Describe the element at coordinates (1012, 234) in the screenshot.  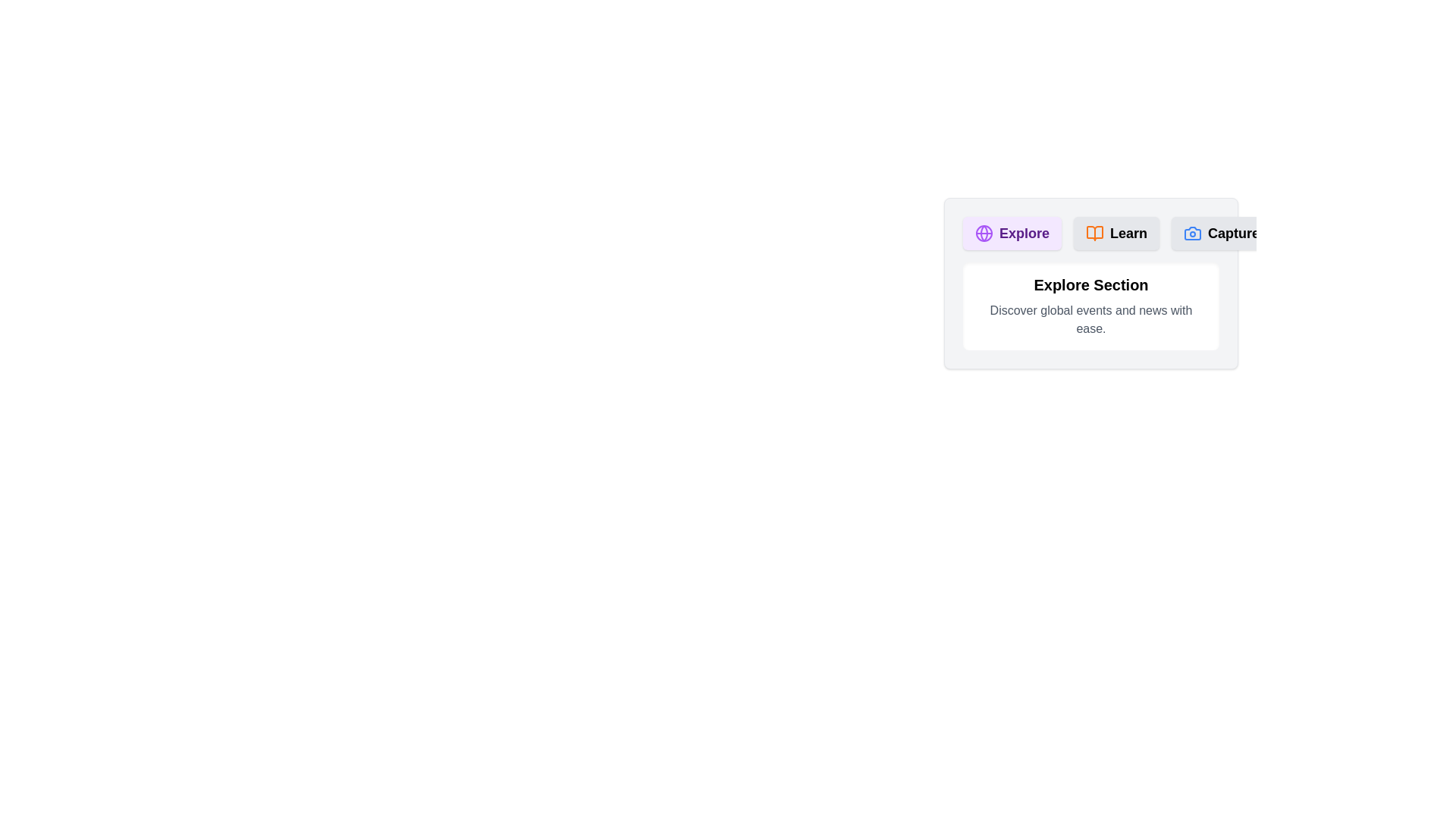
I see `the tab labeled Explore to activate it` at that location.